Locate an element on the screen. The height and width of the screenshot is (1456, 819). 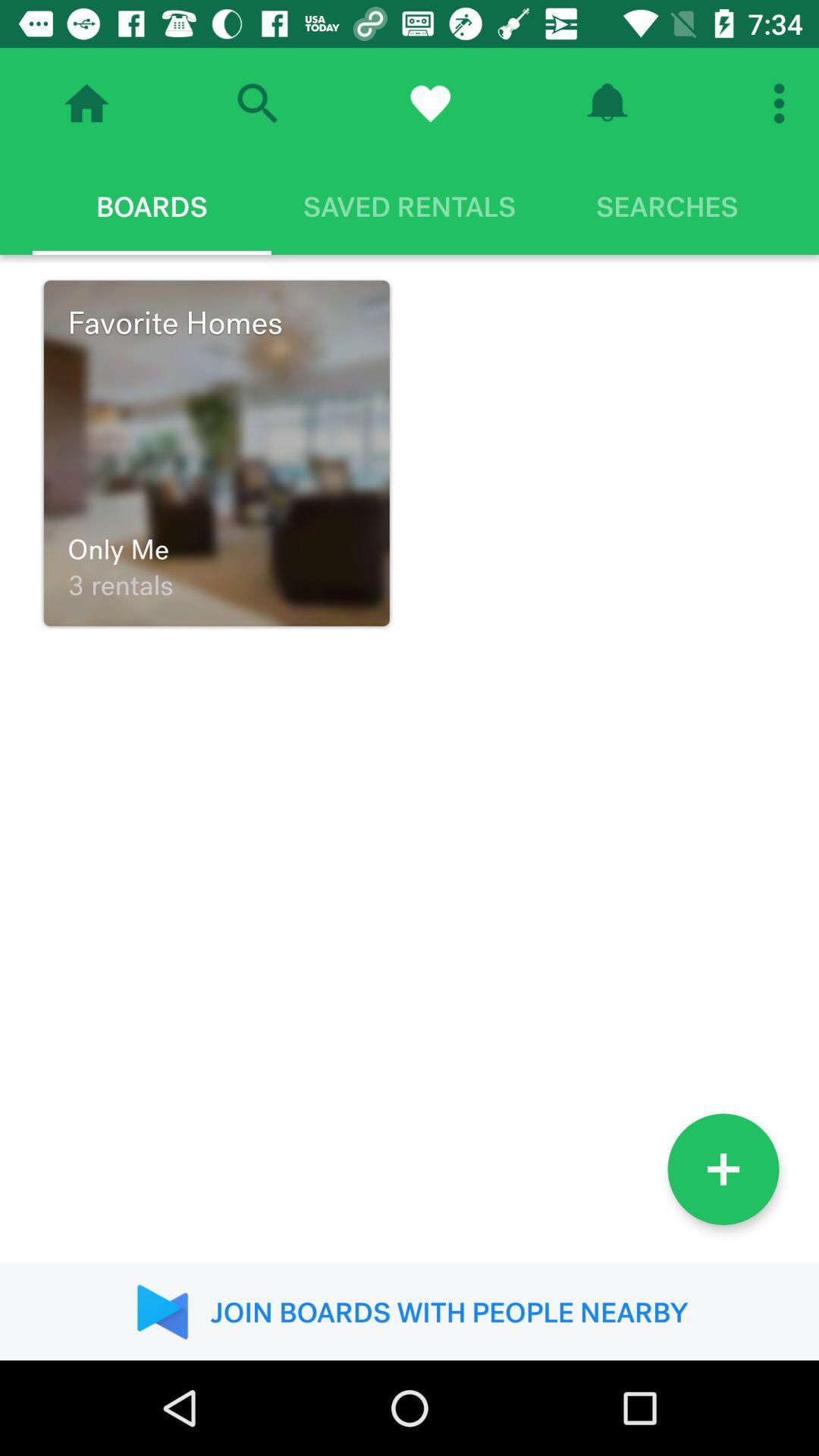
the join boards with people nearby text in the bottom is located at coordinates (409, 1312).